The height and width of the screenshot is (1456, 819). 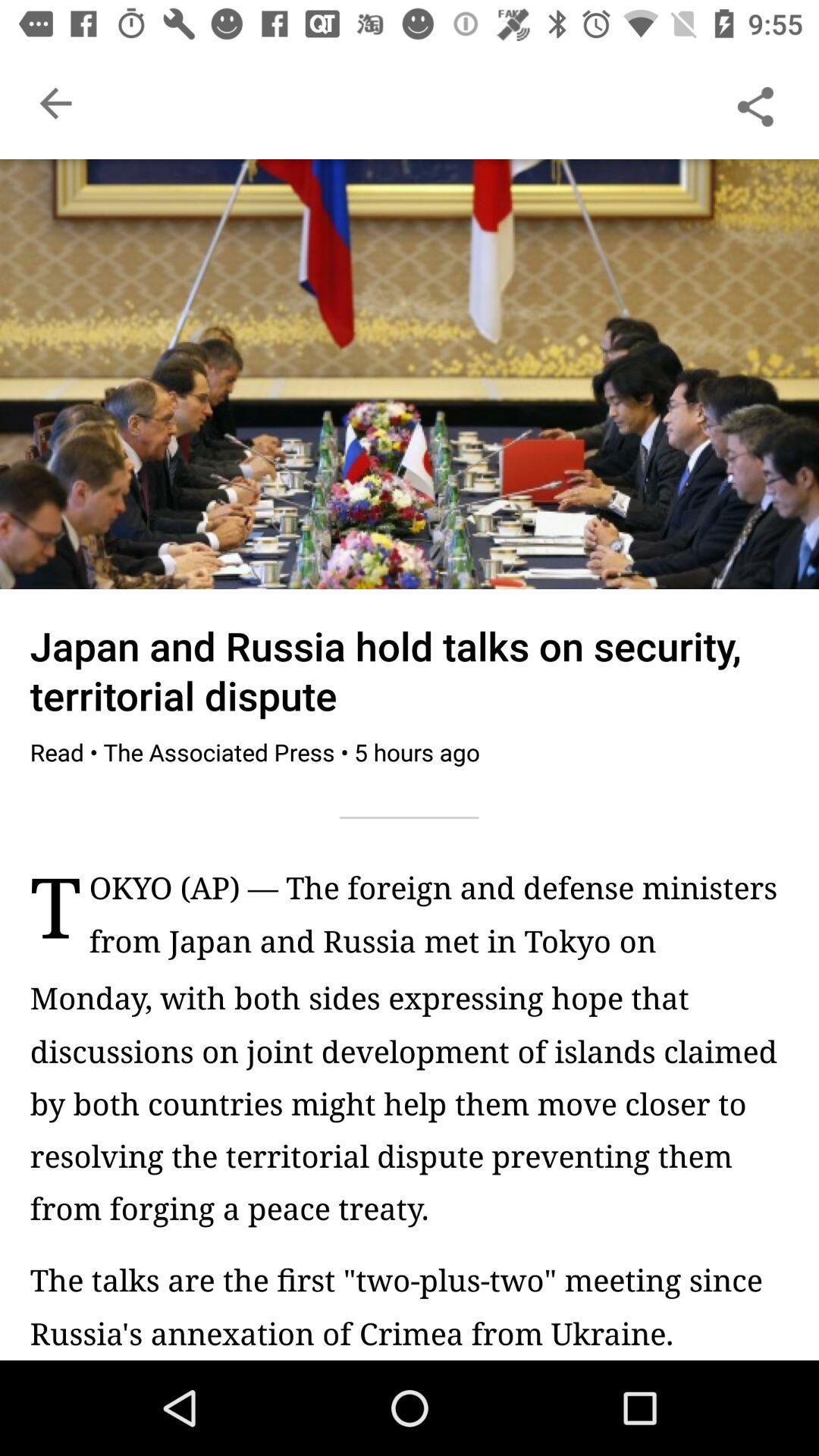 What do you see at coordinates (409, 1305) in the screenshot?
I see `the item below the monday with both` at bounding box center [409, 1305].